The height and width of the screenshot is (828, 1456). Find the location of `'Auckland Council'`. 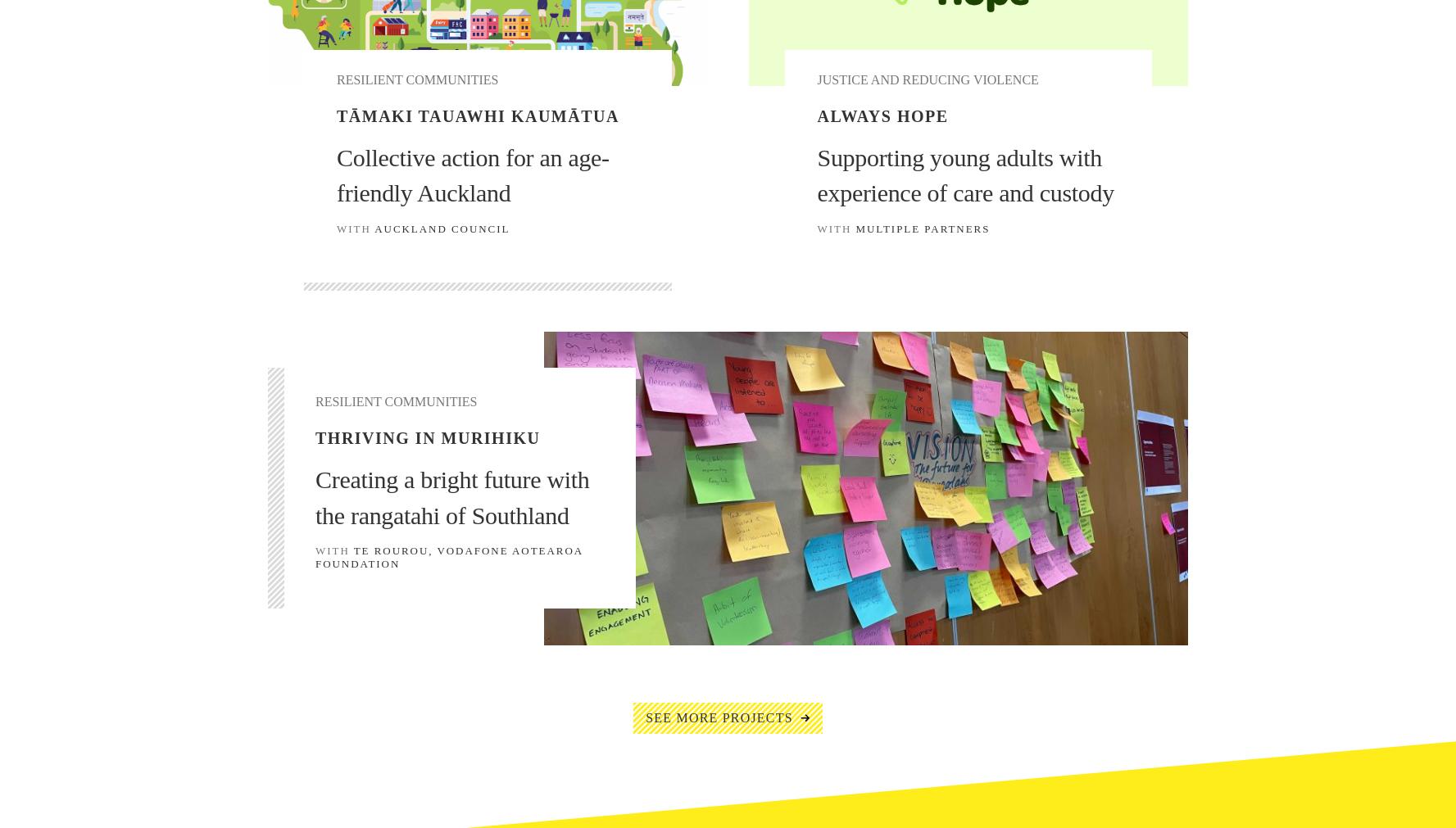

'Auckland Council' is located at coordinates (442, 228).